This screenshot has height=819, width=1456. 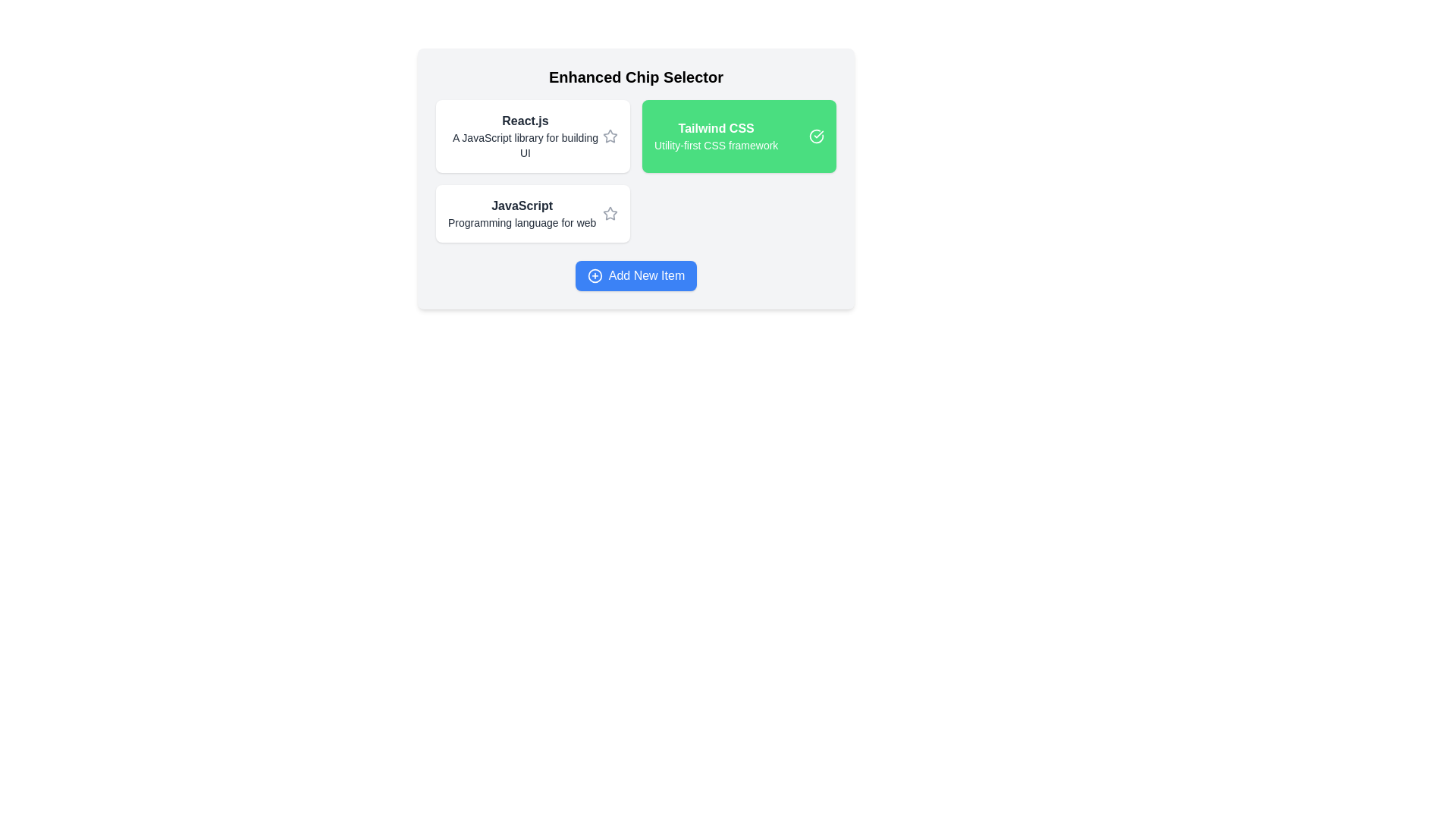 What do you see at coordinates (715, 136) in the screenshot?
I see `the Text label displaying 'Tailwind CSS' within the interactive card component, which is part of a list of options on the right side of the layout` at bounding box center [715, 136].